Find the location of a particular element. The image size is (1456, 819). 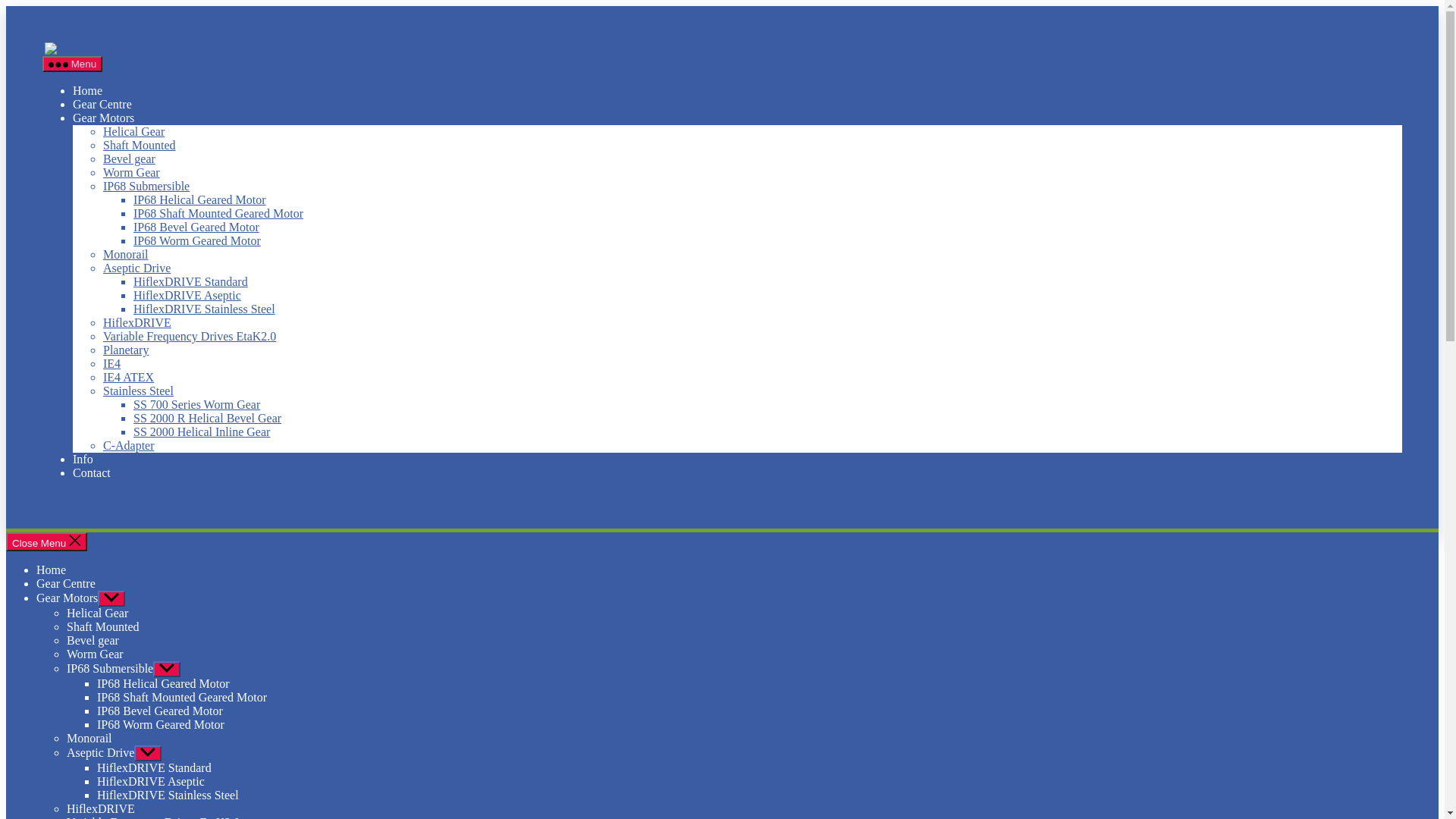

'C-Adapter' is located at coordinates (102, 444).